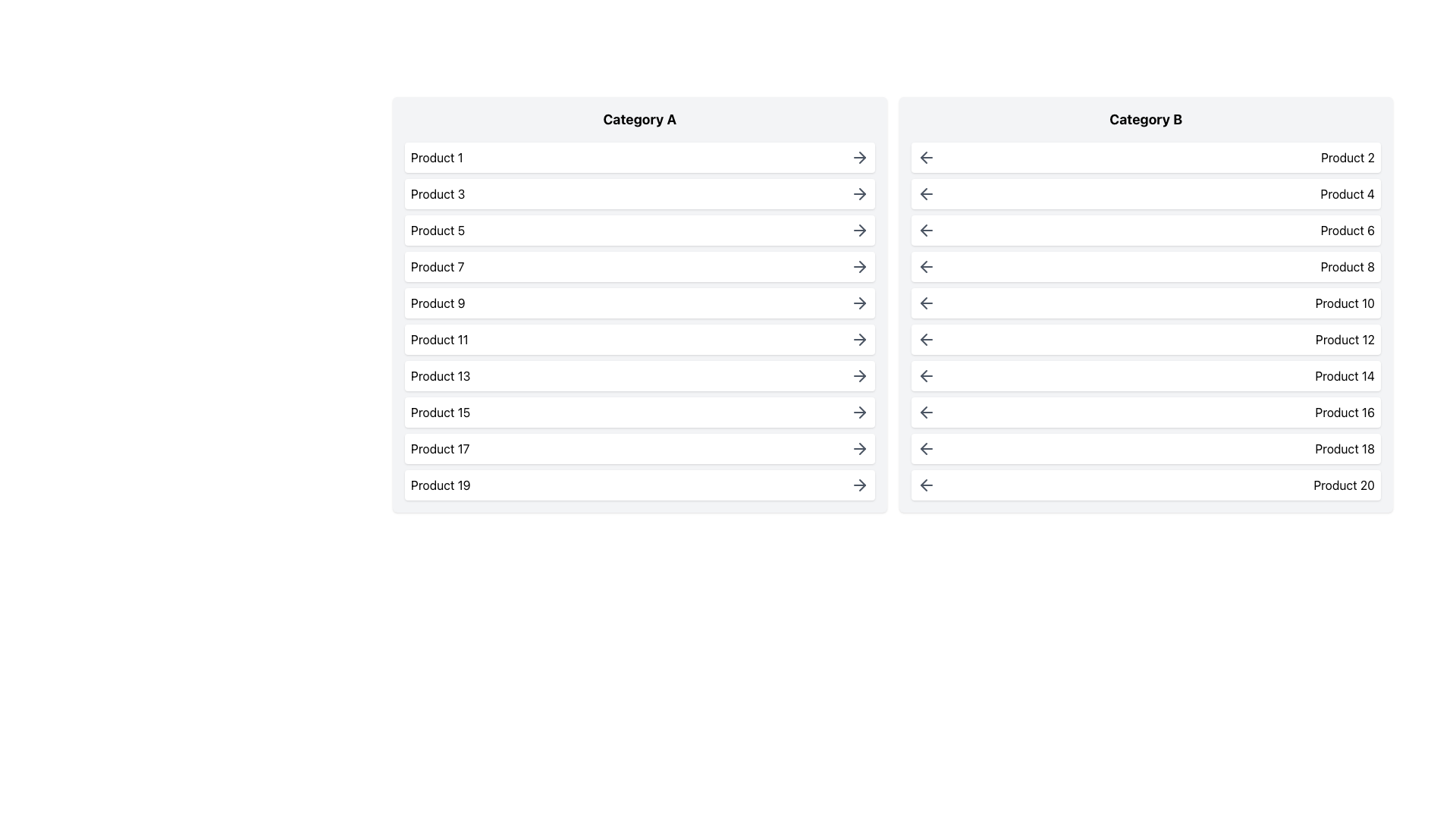 Image resolution: width=1456 pixels, height=819 pixels. I want to click on the text label for the first product in 'Category B' located at the top of the right-hand column, so click(1348, 158).